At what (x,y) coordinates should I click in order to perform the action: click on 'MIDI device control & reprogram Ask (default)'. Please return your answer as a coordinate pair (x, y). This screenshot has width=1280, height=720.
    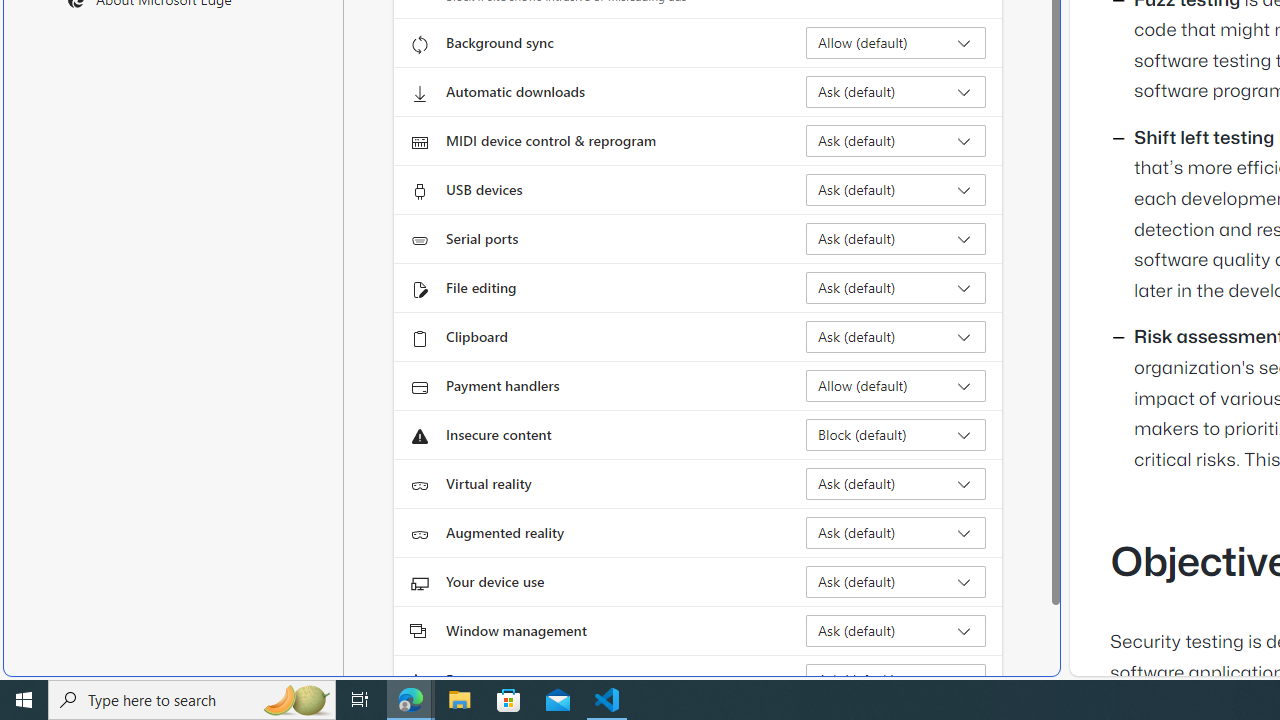
    Looking at the image, I should click on (895, 140).